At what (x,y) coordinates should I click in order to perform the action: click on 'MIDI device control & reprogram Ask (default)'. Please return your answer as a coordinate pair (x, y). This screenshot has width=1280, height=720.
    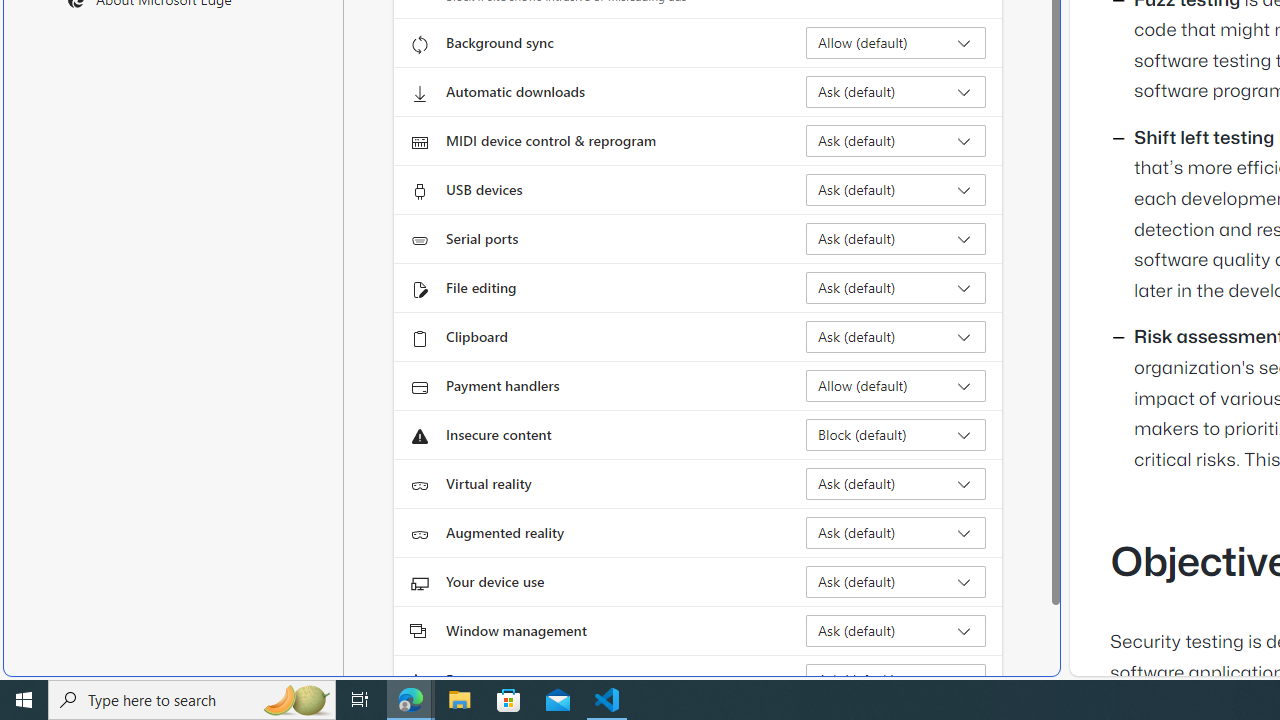
    Looking at the image, I should click on (895, 140).